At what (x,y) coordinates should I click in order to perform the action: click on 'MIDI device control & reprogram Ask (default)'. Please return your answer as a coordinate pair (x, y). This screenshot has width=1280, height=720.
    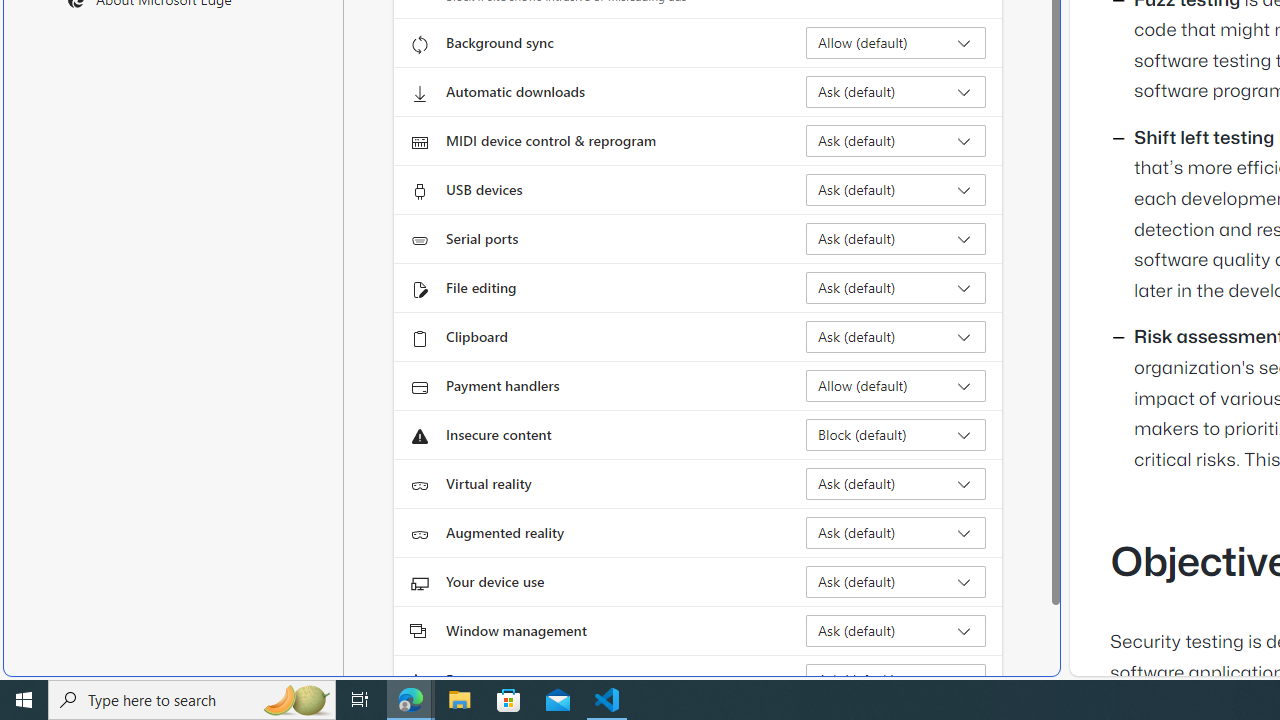
    Looking at the image, I should click on (895, 140).